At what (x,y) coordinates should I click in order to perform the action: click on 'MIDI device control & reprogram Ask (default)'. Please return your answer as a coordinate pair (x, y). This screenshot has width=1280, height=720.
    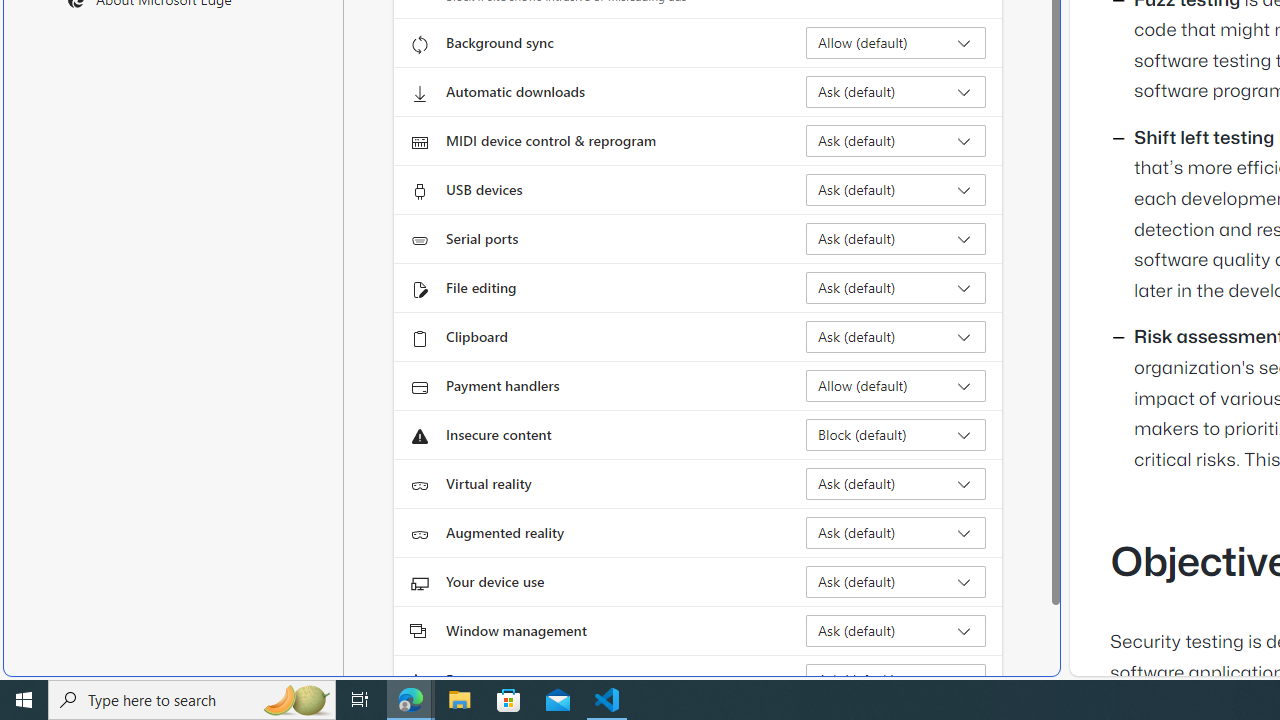
    Looking at the image, I should click on (895, 140).